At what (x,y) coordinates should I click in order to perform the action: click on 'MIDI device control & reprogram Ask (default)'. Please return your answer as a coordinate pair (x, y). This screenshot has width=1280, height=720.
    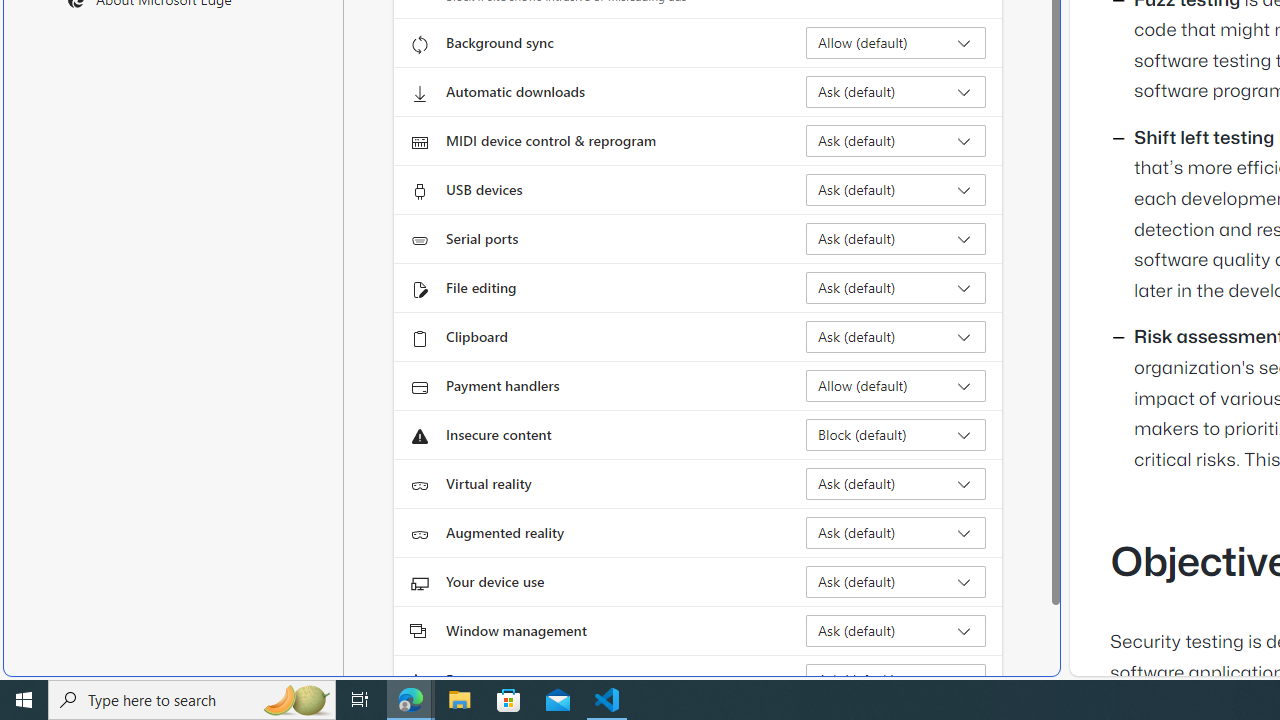
    Looking at the image, I should click on (895, 140).